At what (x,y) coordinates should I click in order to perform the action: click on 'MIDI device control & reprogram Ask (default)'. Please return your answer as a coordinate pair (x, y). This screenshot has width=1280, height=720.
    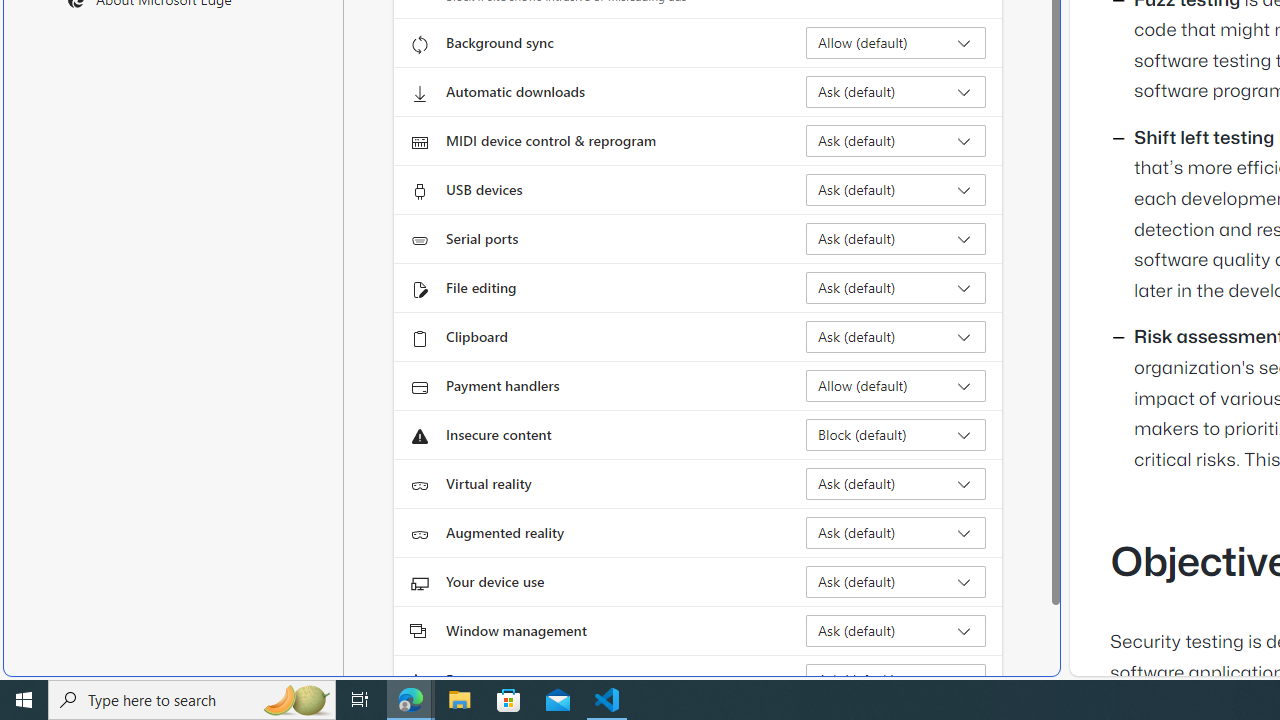
    Looking at the image, I should click on (895, 140).